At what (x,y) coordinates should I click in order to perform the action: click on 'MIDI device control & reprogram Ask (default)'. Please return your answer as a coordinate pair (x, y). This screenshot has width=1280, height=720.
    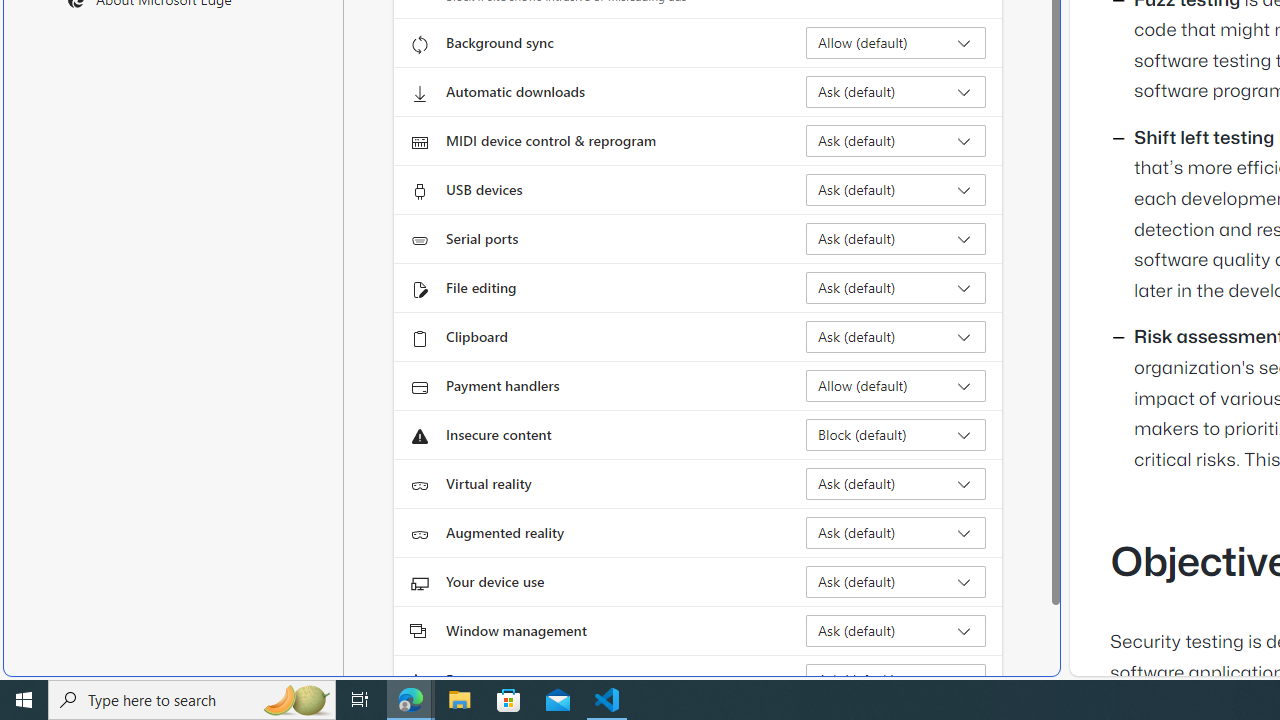
    Looking at the image, I should click on (895, 140).